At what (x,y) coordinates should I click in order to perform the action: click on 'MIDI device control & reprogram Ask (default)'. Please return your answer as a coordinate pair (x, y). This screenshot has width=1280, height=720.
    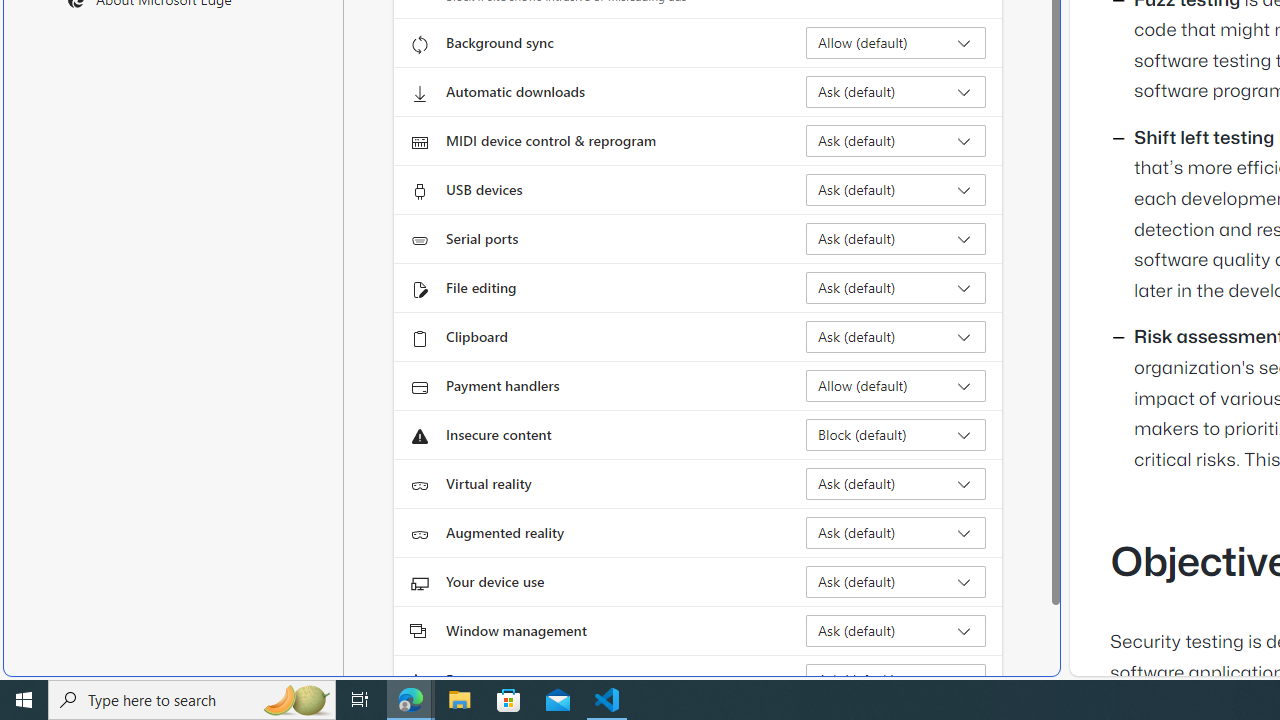
    Looking at the image, I should click on (895, 140).